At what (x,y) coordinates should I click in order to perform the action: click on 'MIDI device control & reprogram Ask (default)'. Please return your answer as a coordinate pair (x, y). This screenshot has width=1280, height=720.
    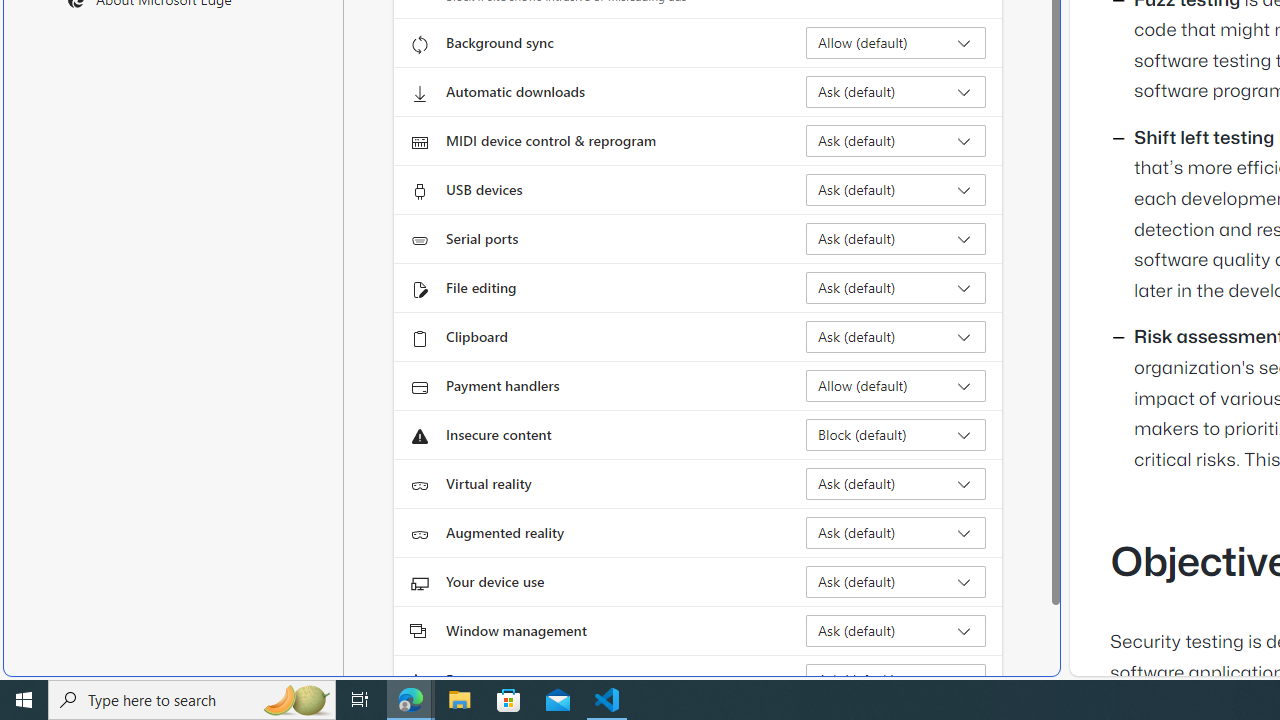
    Looking at the image, I should click on (895, 140).